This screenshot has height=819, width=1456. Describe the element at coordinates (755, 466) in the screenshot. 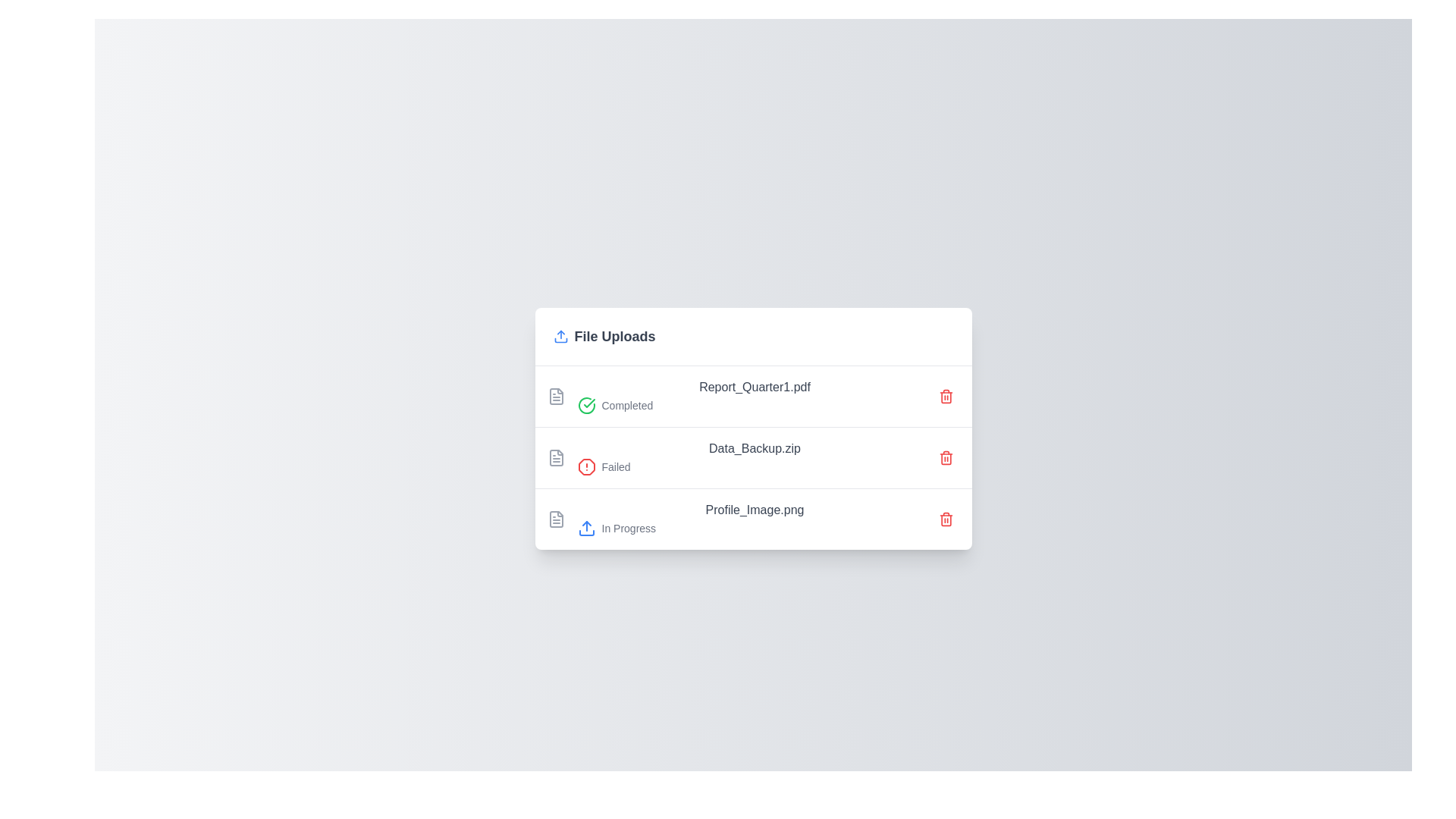

I see `the text label 'failed' which is in a small, gray, capitalized font, located in the second row of a file upload status list, adjacent to a red octagonal alert icon` at that location.